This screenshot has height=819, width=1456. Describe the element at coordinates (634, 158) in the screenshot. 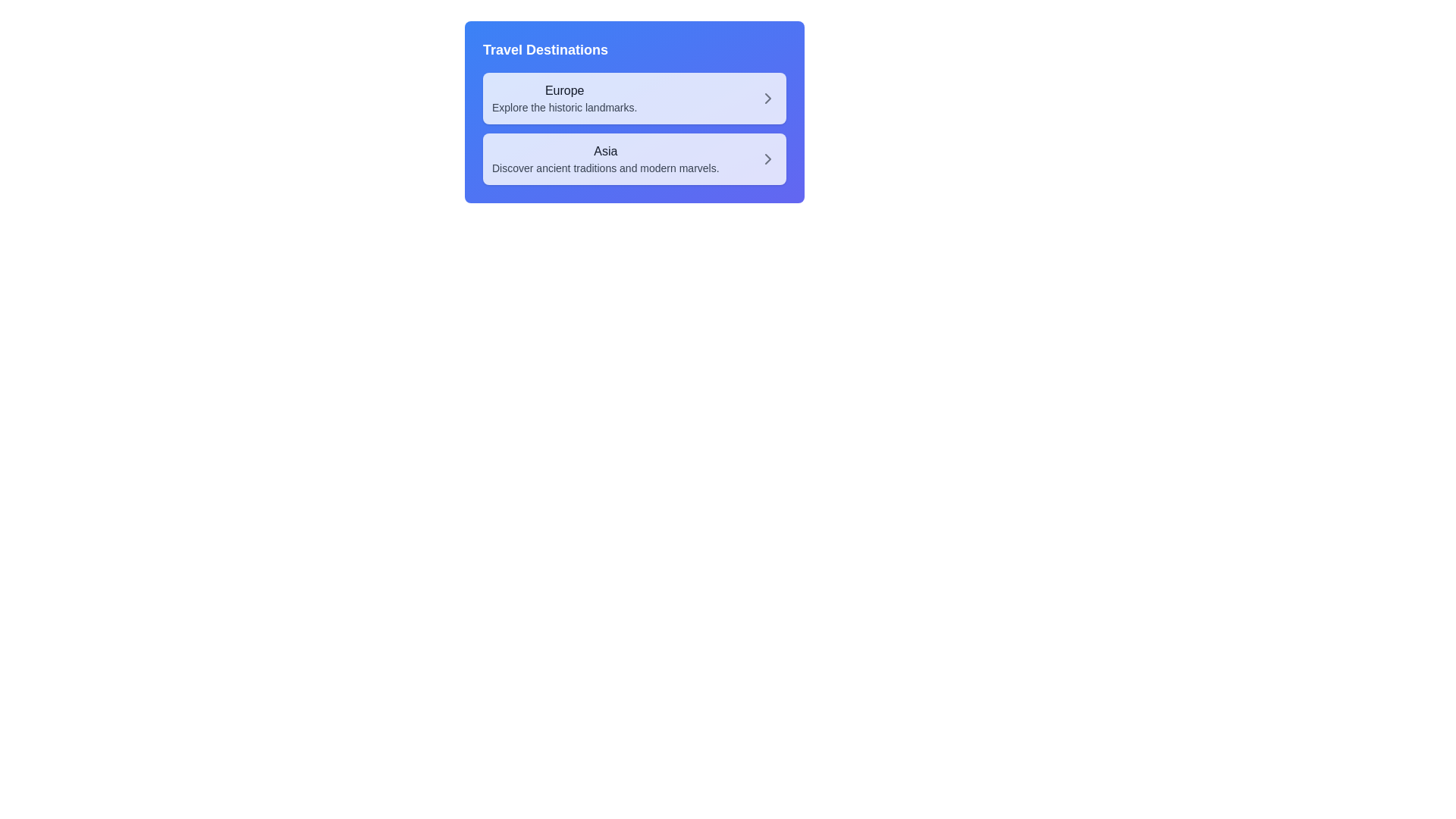

I see `the list item for 'Asia' in the 'Travel Destinations' navigation list` at that location.